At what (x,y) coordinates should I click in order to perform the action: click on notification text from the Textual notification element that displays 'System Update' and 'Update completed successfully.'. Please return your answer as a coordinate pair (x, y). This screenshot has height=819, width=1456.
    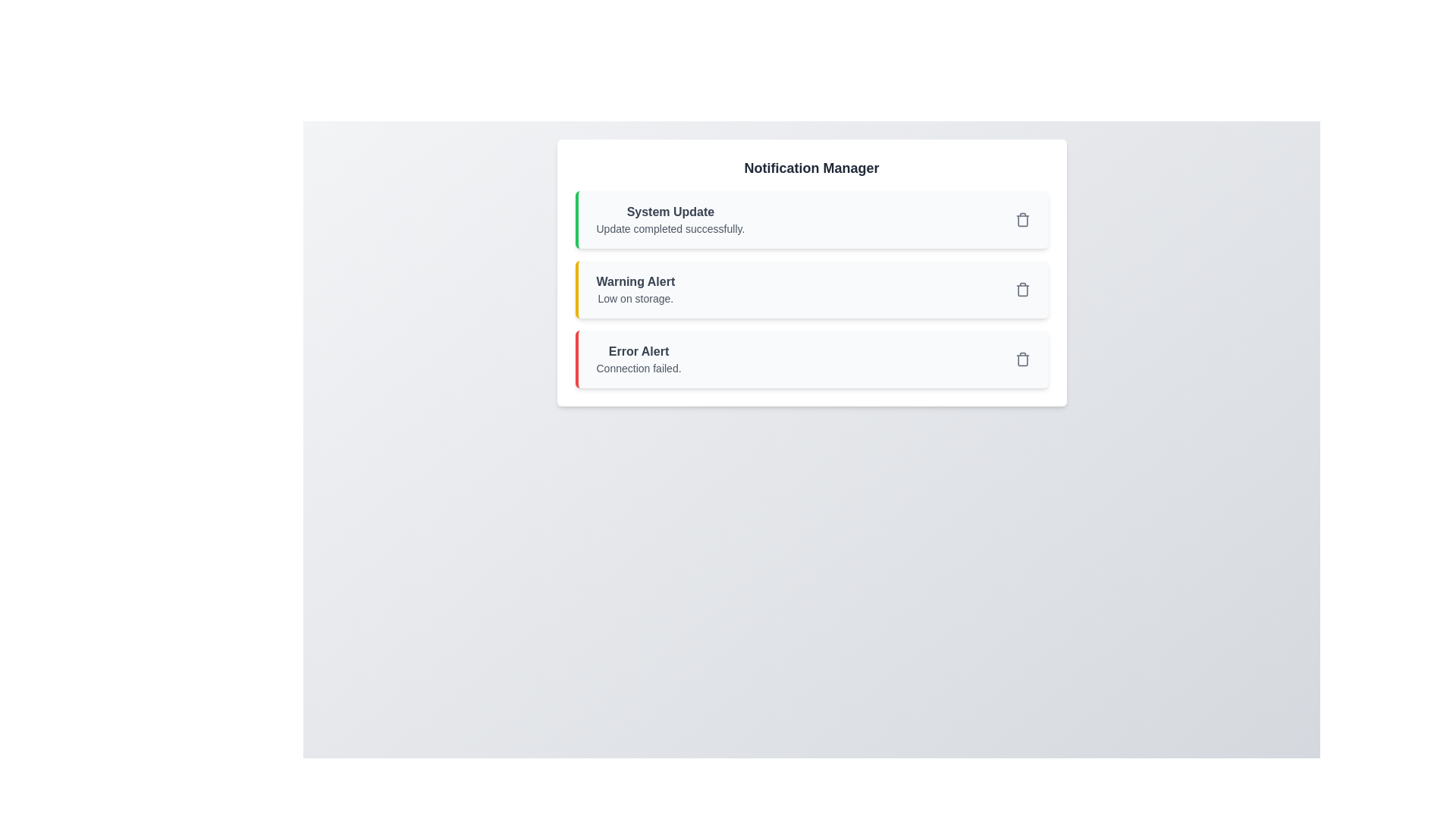
    Looking at the image, I should click on (670, 219).